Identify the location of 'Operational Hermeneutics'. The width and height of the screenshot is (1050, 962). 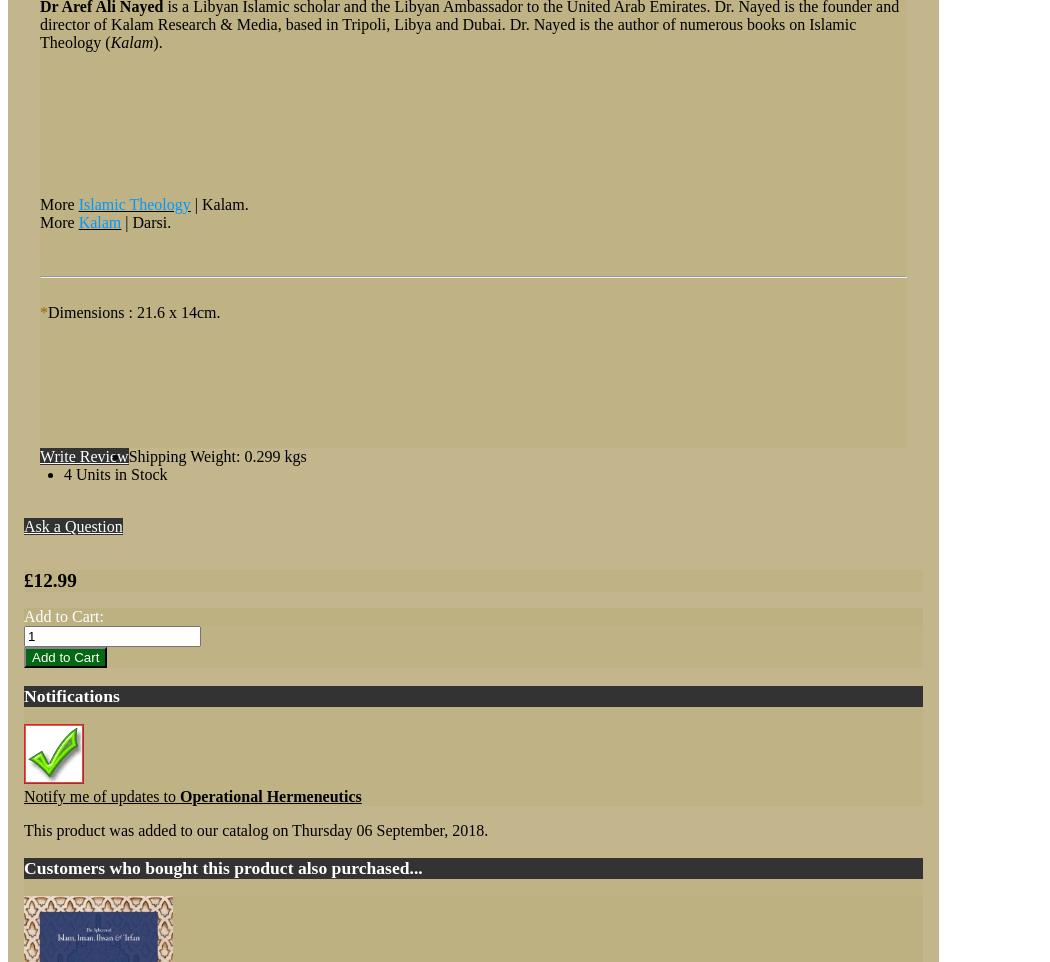
(179, 795).